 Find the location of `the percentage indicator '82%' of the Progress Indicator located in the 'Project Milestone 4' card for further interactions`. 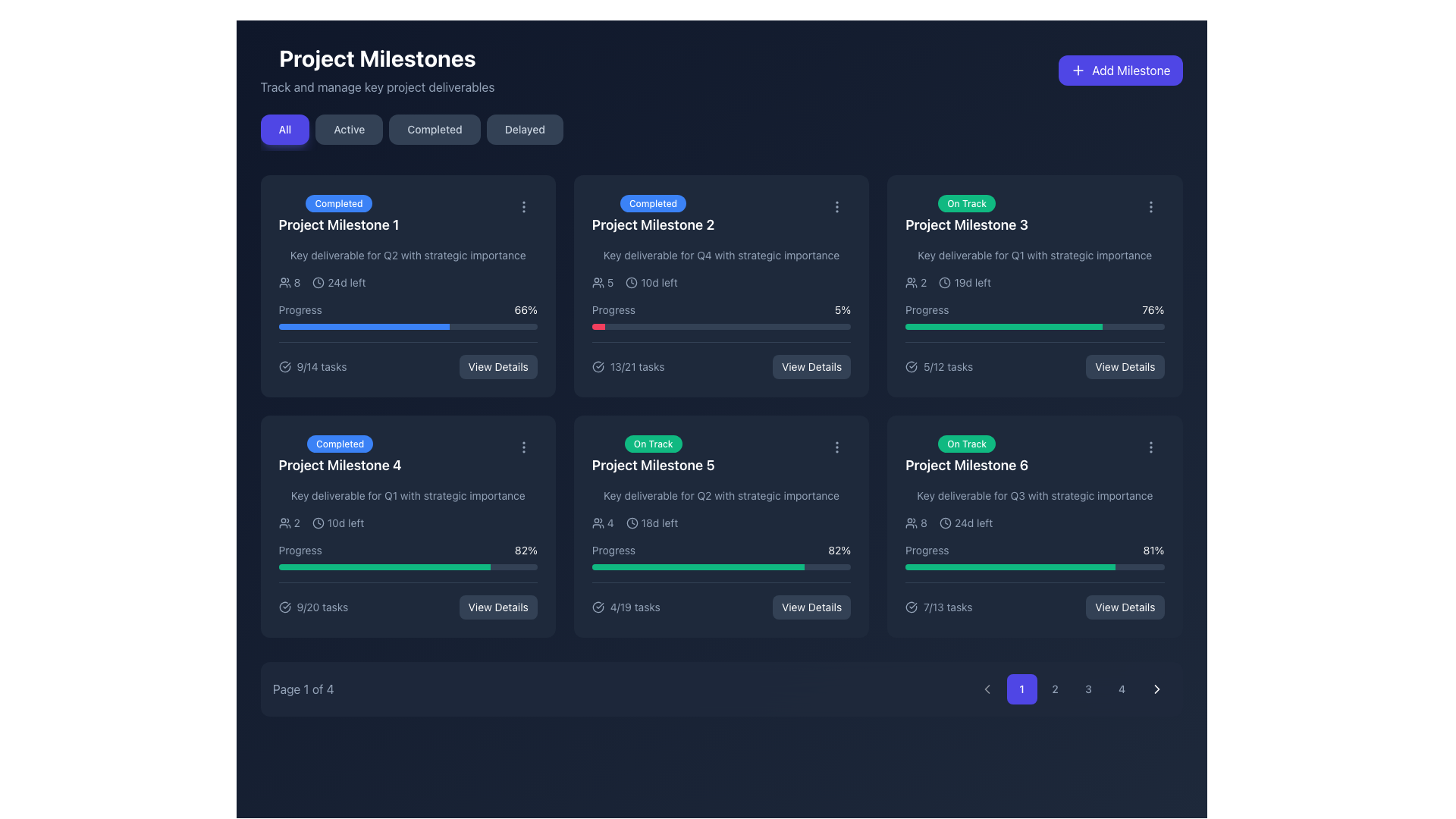

the percentage indicator '82%' of the Progress Indicator located in the 'Project Milestone 4' card for further interactions is located at coordinates (408, 556).